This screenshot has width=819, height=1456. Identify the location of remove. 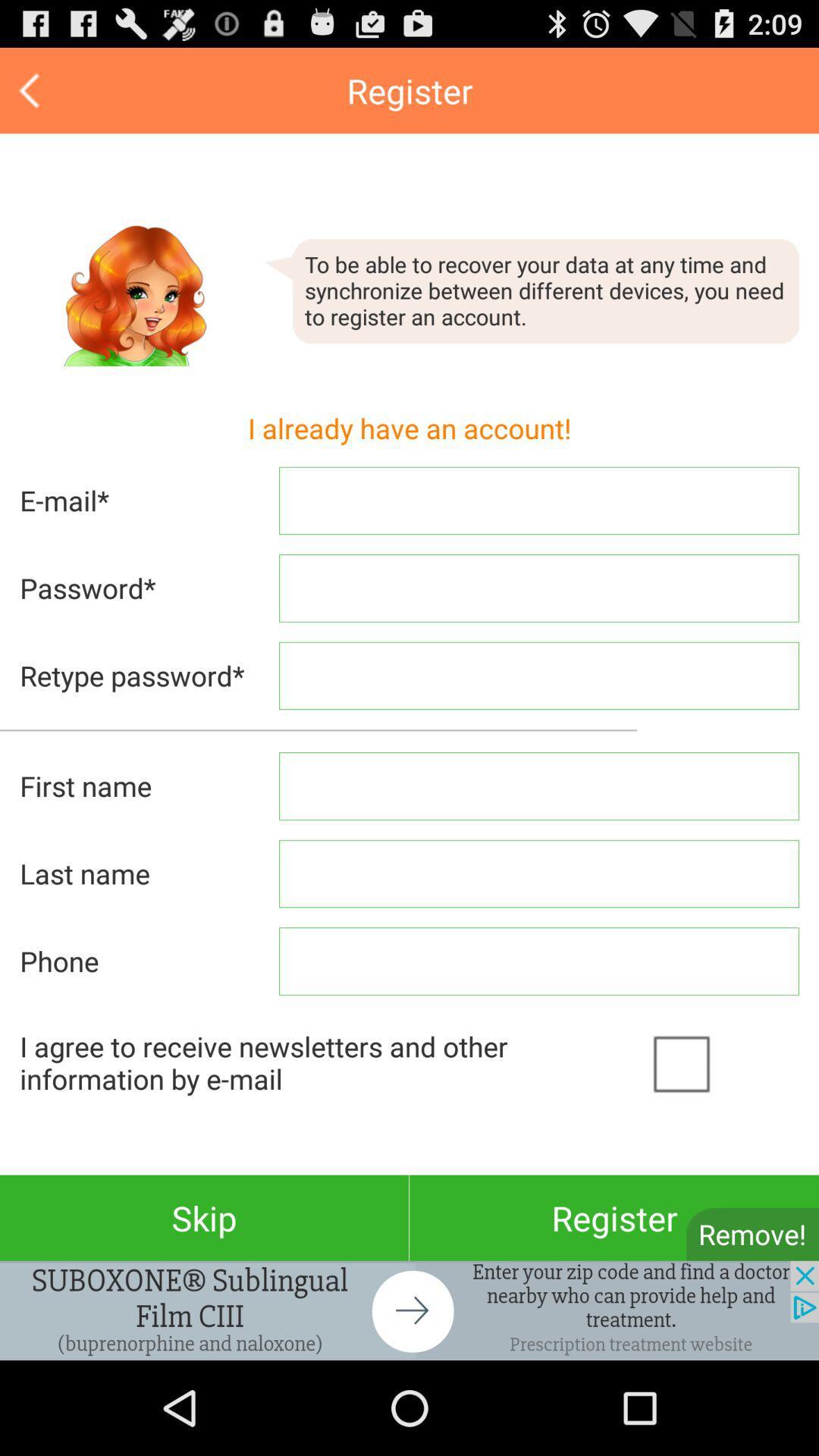
(752, 1234).